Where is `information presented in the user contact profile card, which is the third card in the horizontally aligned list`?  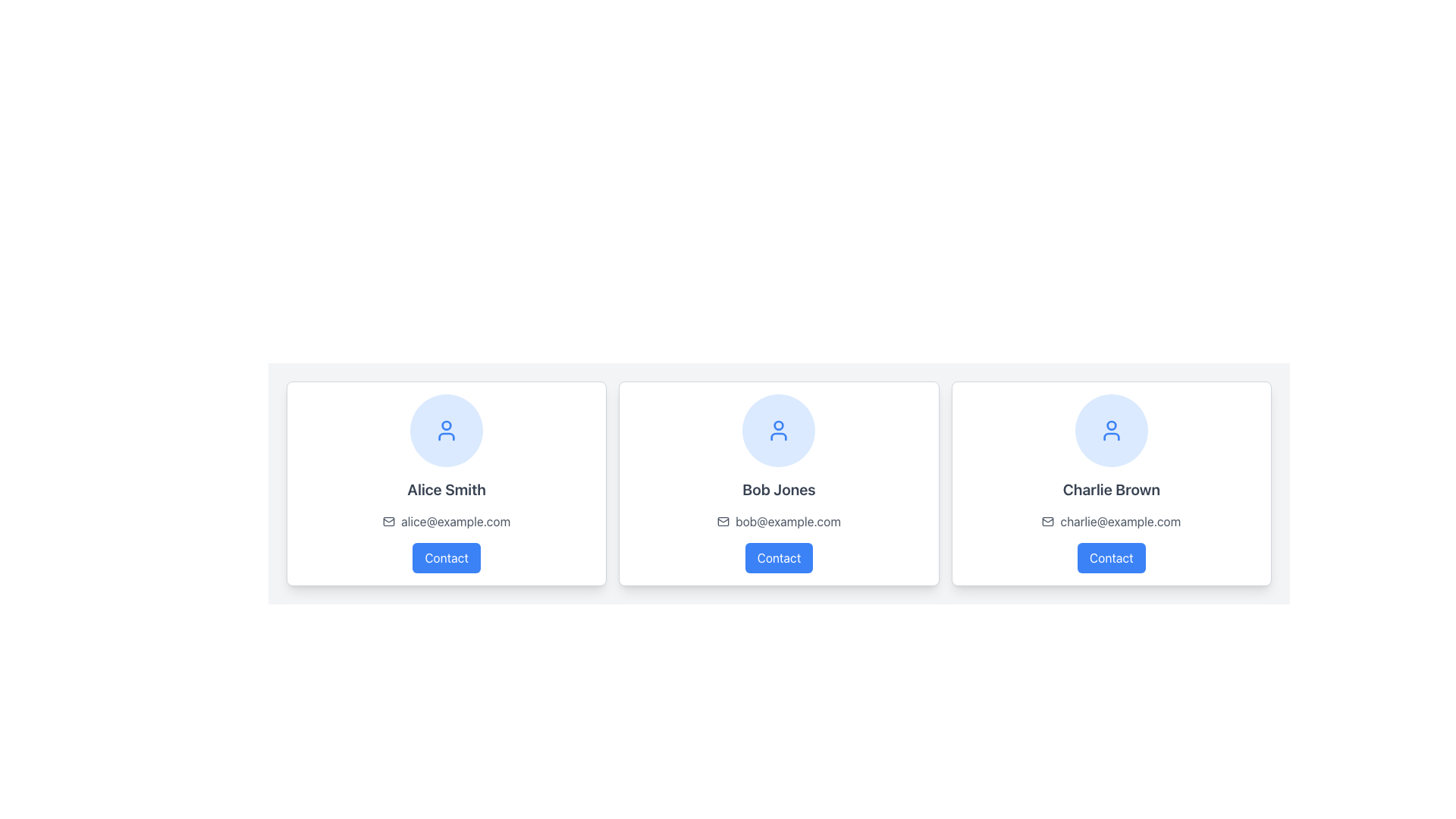 information presented in the user contact profile card, which is the third card in the horizontally aligned list is located at coordinates (1111, 483).